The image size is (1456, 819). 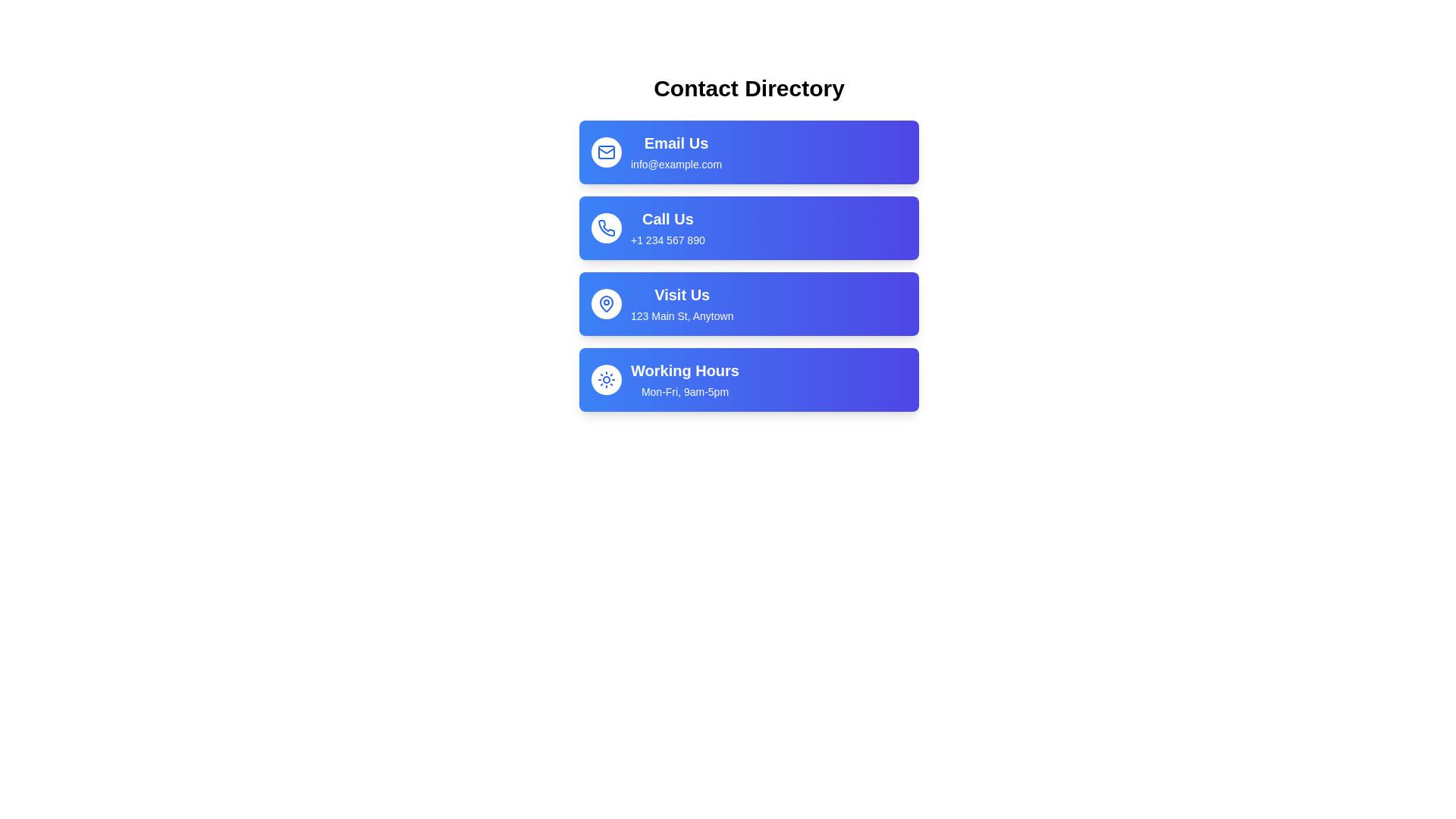 What do you see at coordinates (684, 391) in the screenshot?
I see `the text label displaying 'Mon-Fri, 9am-5pm' located below the 'Working Hours' title in the Contact Directory interface` at bounding box center [684, 391].